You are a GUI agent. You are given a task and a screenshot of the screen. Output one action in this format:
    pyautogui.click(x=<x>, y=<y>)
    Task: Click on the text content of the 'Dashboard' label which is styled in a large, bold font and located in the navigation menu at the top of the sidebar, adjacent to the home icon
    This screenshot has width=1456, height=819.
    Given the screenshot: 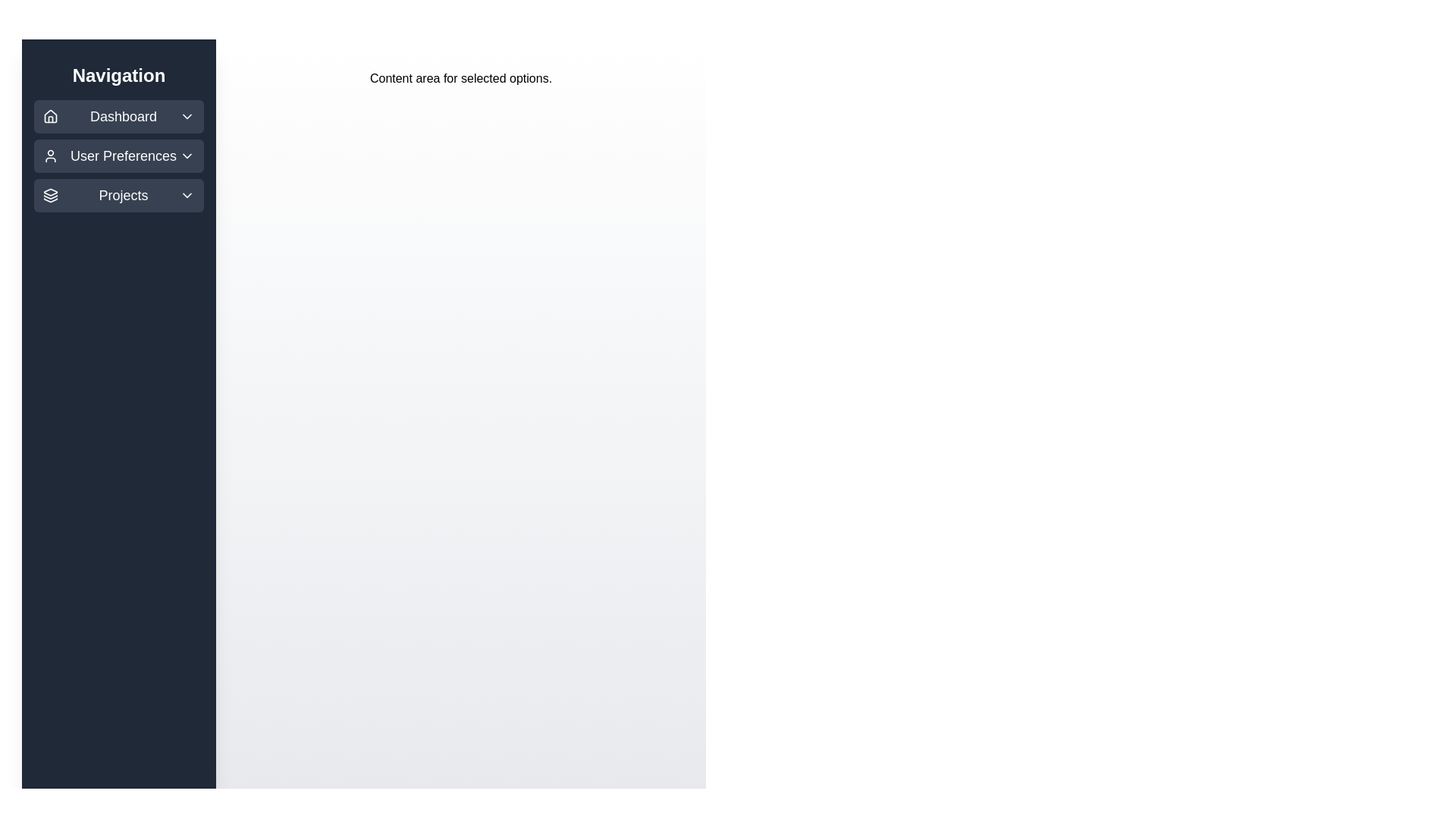 What is the action you would take?
    pyautogui.click(x=124, y=116)
    